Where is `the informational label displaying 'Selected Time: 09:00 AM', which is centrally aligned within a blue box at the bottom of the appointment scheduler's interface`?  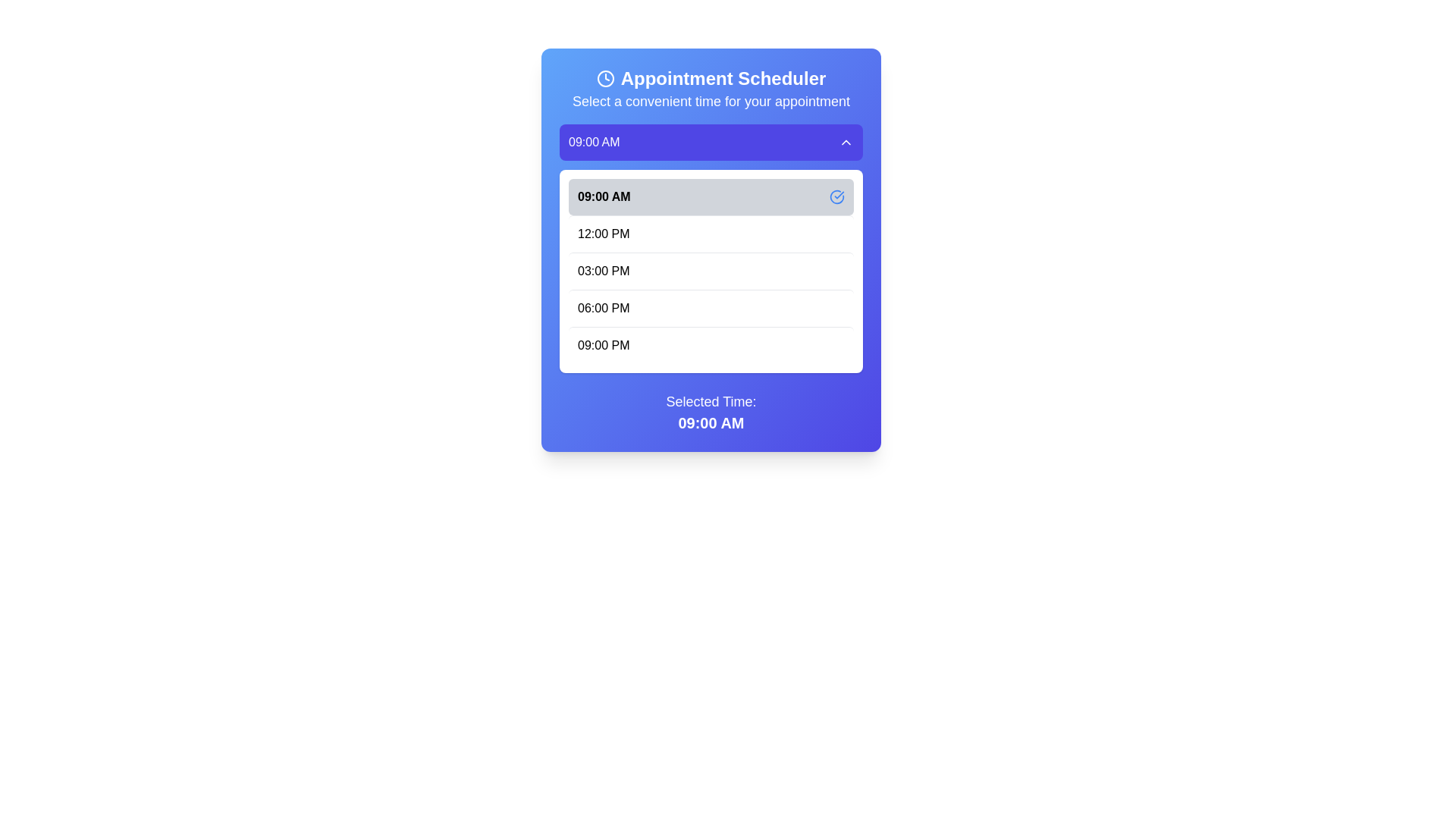 the informational label displaying 'Selected Time: 09:00 AM', which is centrally aligned within a blue box at the bottom of the appointment scheduler's interface is located at coordinates (710, 412).